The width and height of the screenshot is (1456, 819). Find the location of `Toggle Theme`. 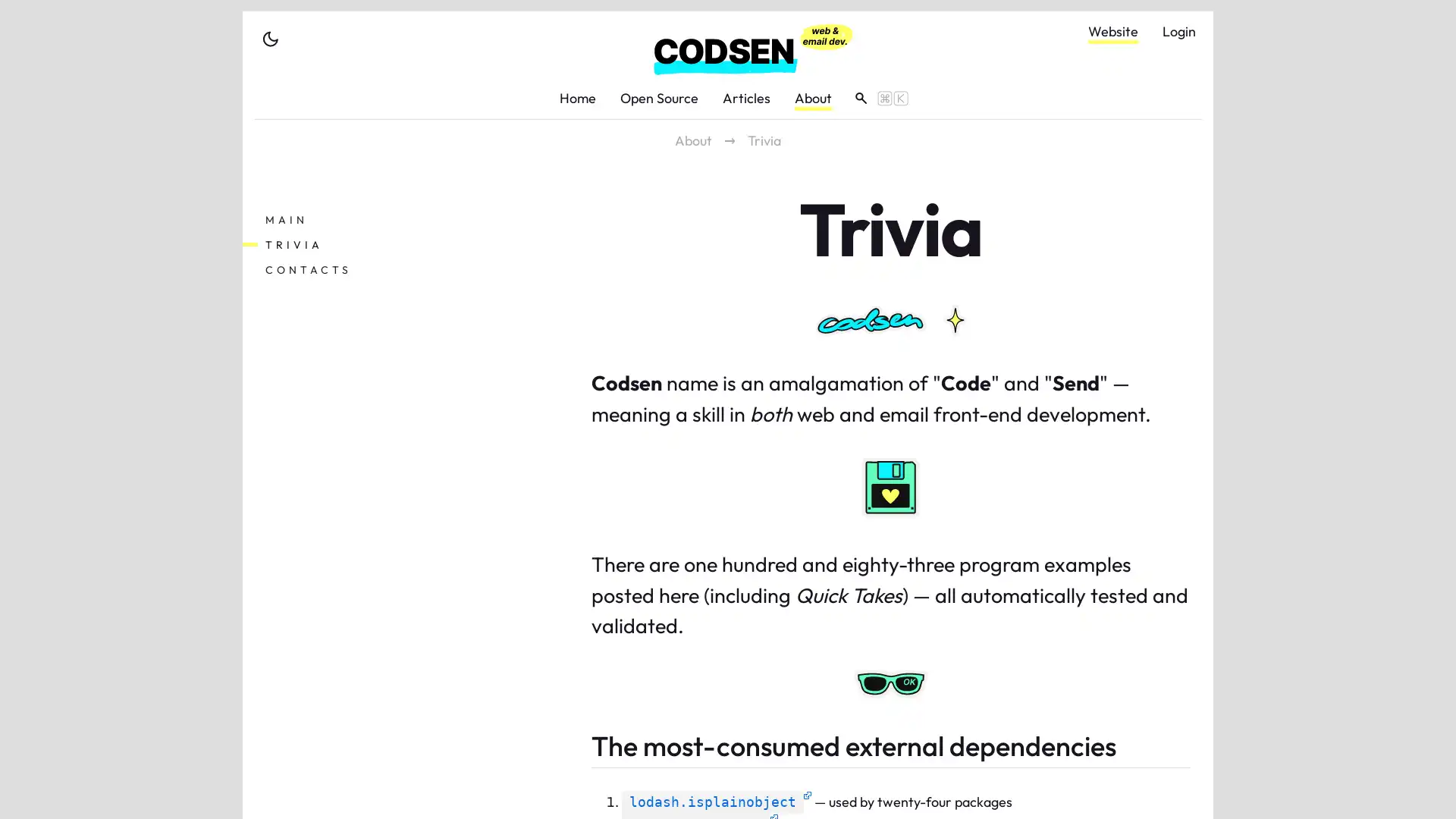

Toggle Theme is located at coordinates (270, 38).